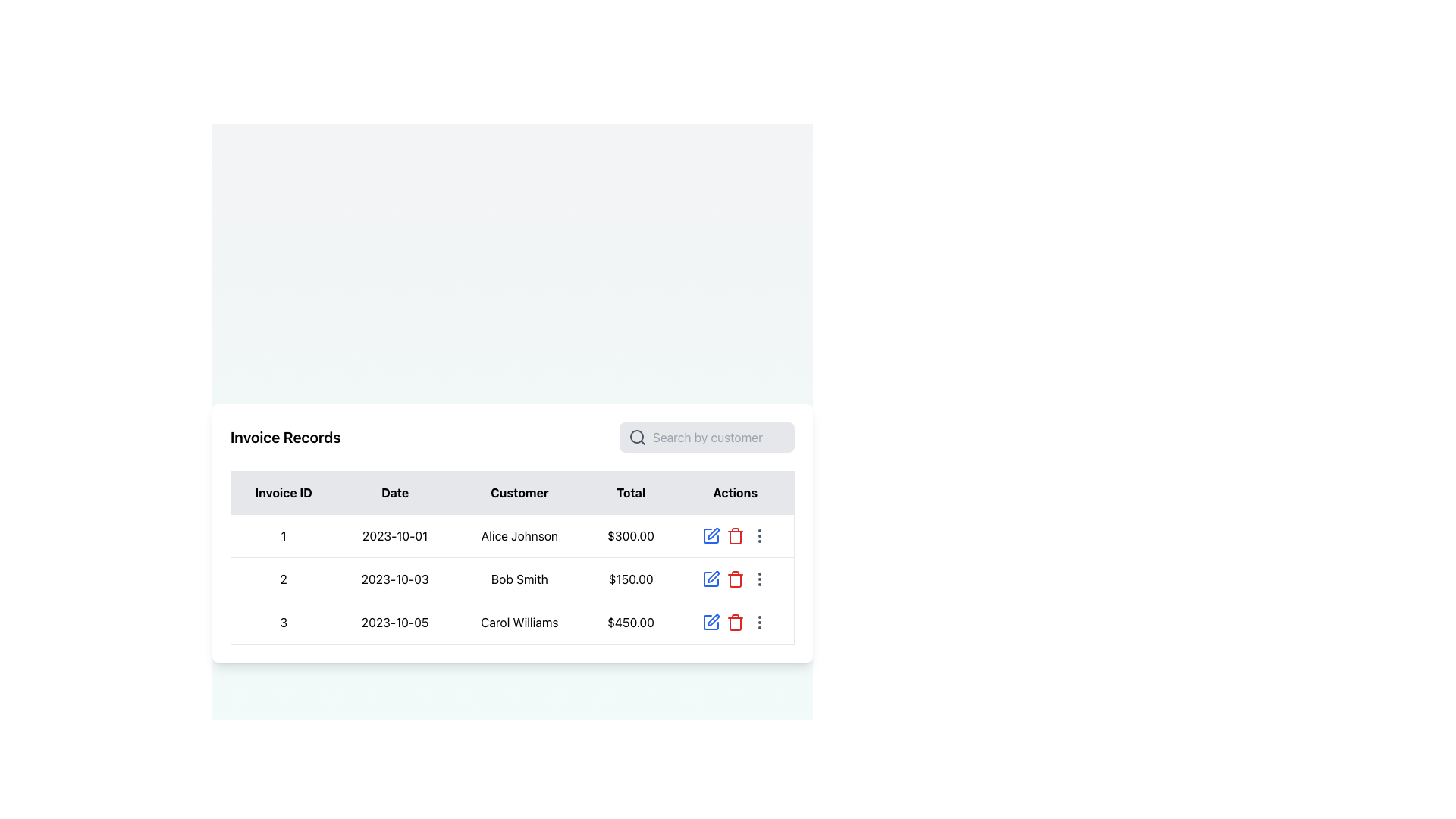  Describe the element at coordinates (519, 535) in the screenshot. I see `the text label displaying 'Alice Johnson' in black font, located in the third cell of the first row under the 'Customer' column of the table` at that location.